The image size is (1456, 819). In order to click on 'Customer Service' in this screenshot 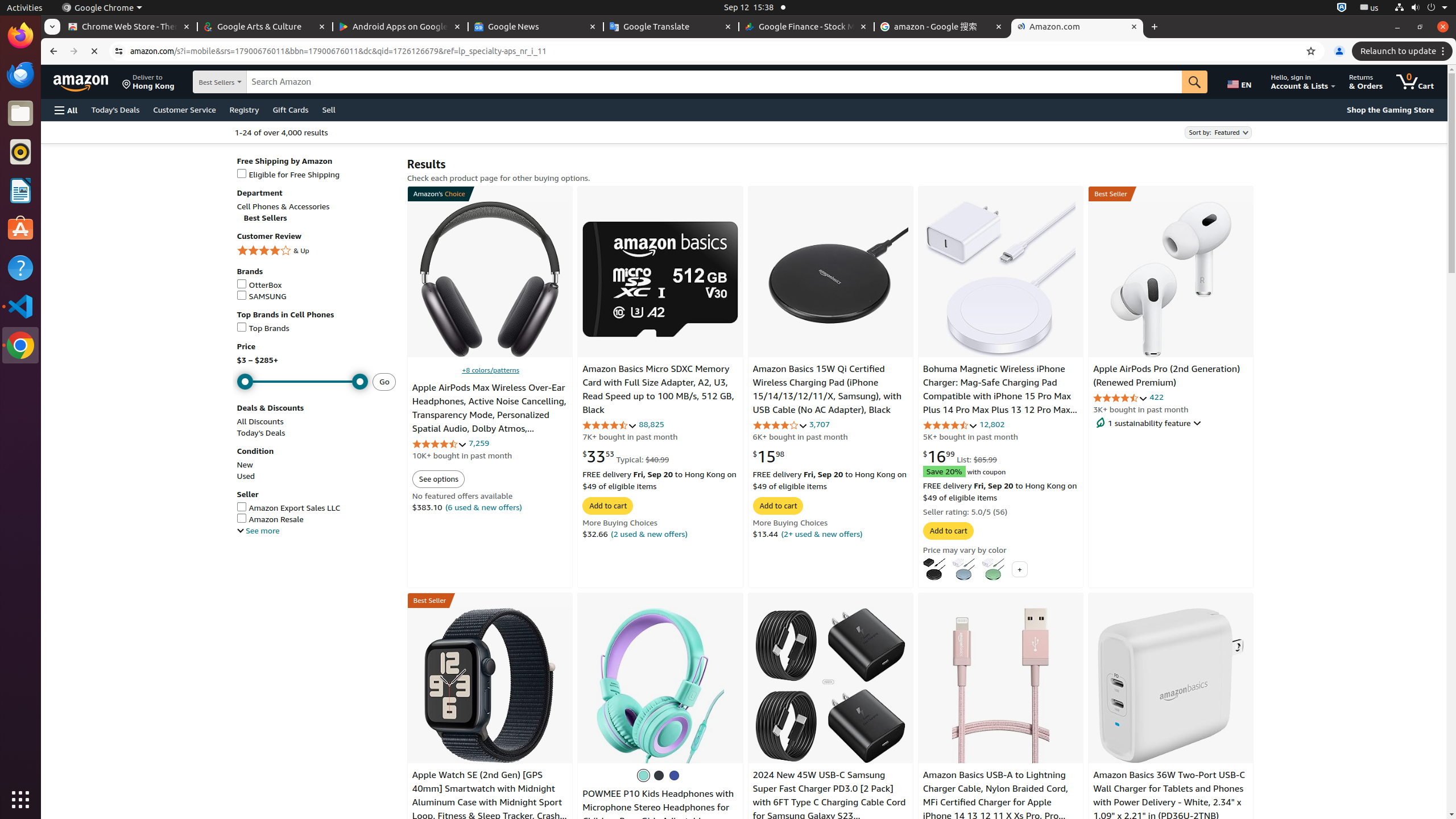, I will do `click(184, 109)`.